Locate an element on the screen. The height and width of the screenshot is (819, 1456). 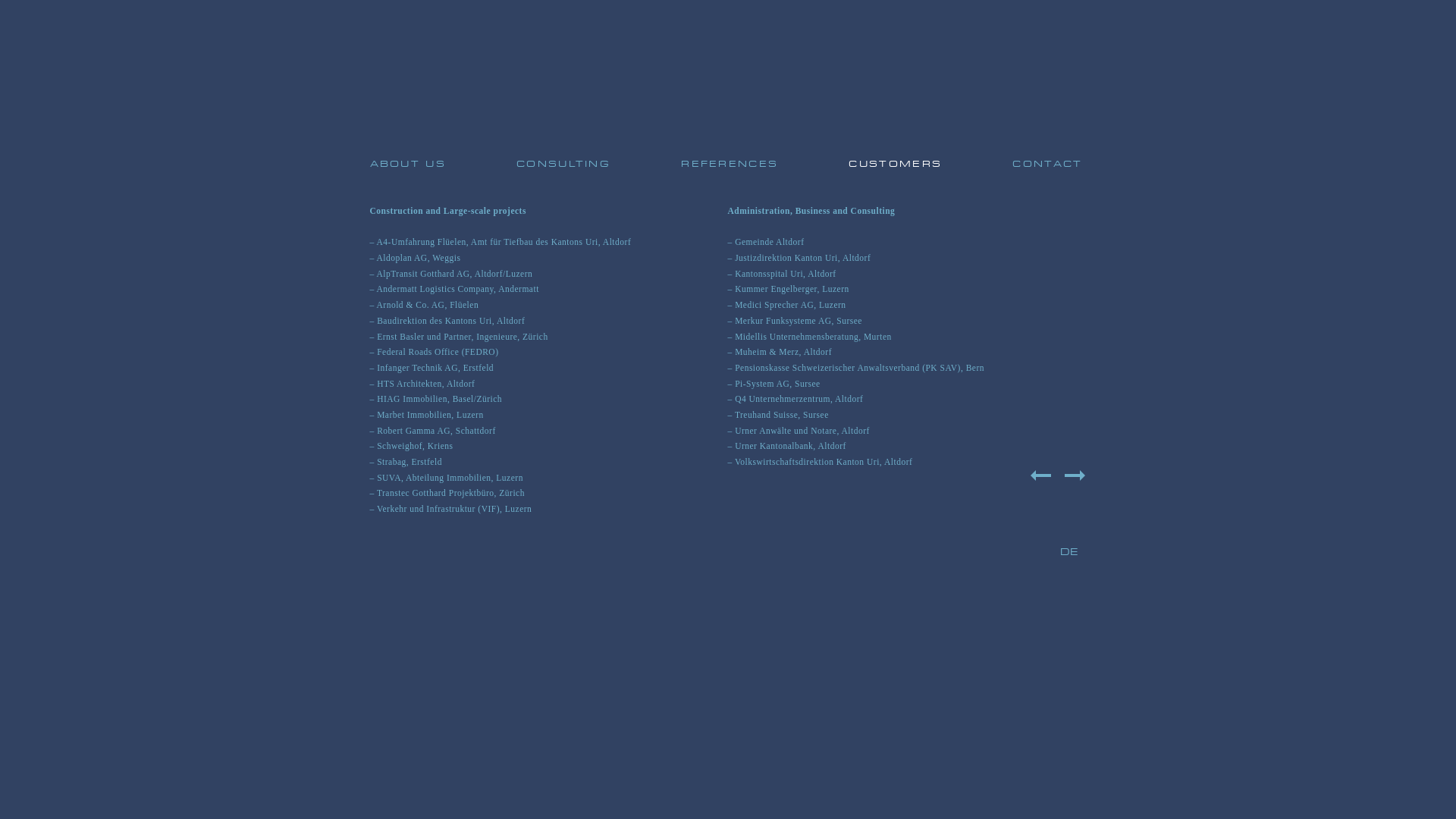
'DE' is located at coordinates (1059, 552).